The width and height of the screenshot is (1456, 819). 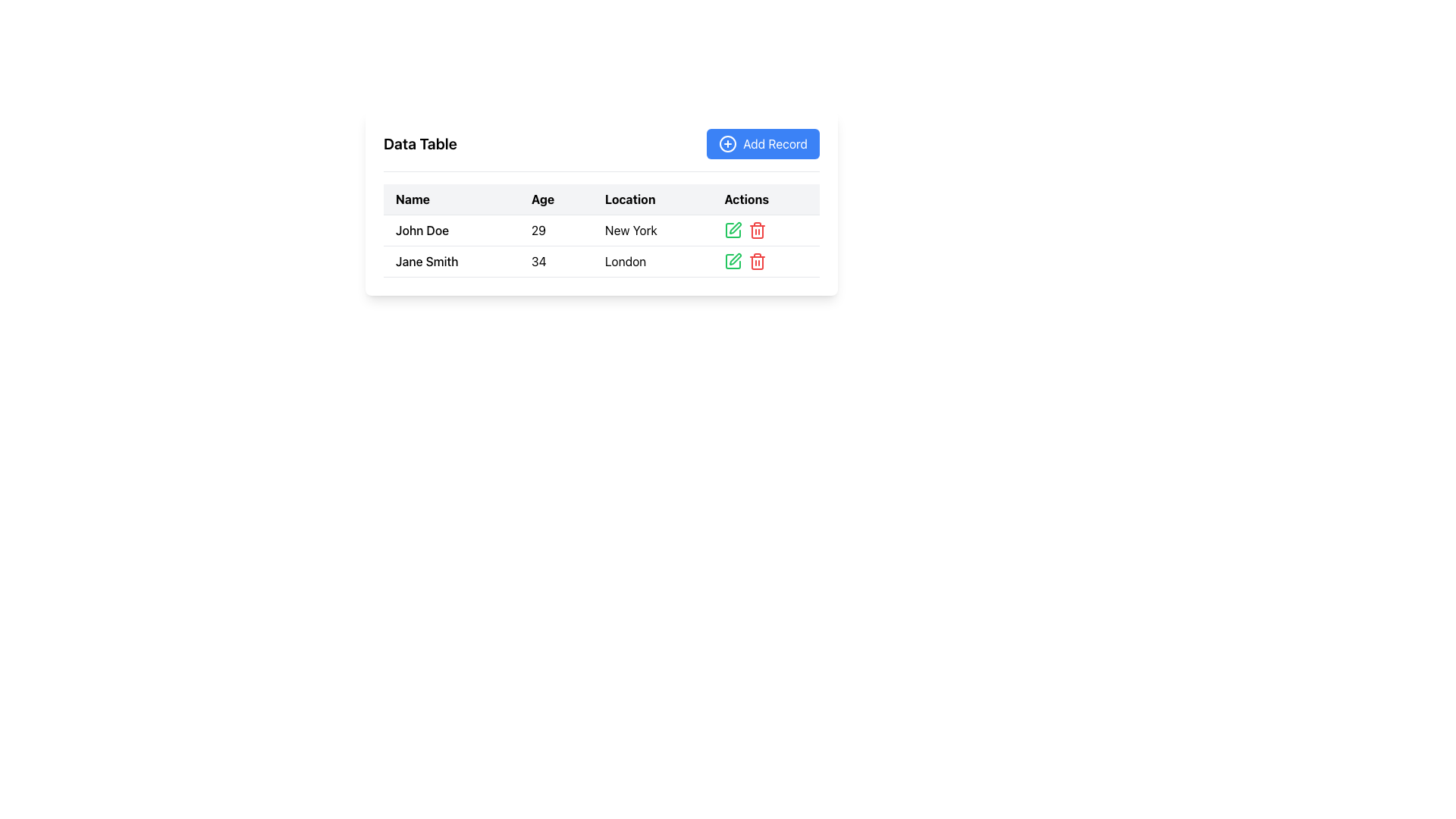 What do you see at coordinates (733, 260) in the screenshot?
I see `the green square button with a pencil icon located in the 'Actions' column of the second row for 'Jane Smith' to enable keyboard navigation` at bounding box center [733, 260].